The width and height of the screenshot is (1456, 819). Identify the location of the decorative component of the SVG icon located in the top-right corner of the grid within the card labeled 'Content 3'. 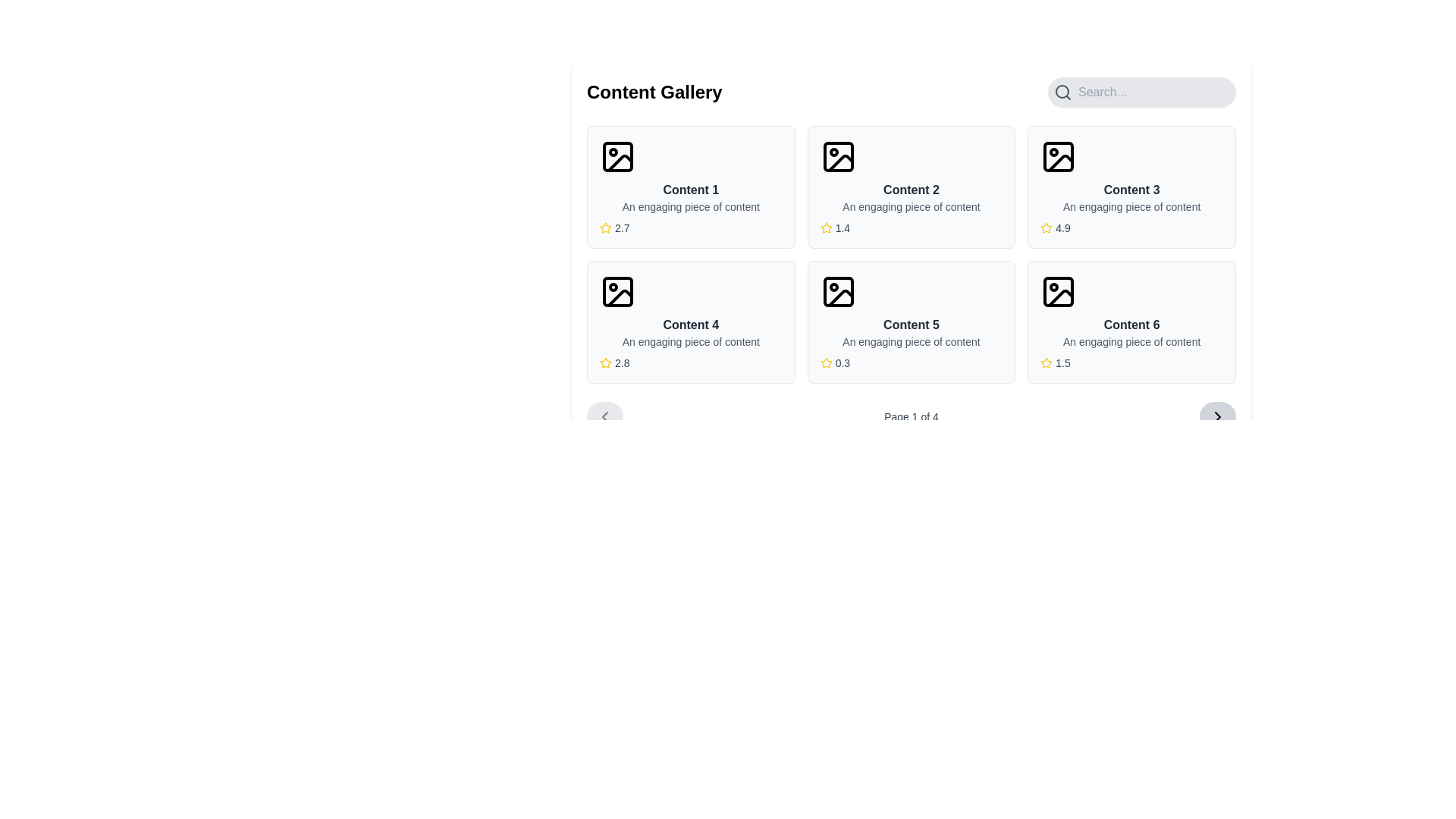
(1058, 157).